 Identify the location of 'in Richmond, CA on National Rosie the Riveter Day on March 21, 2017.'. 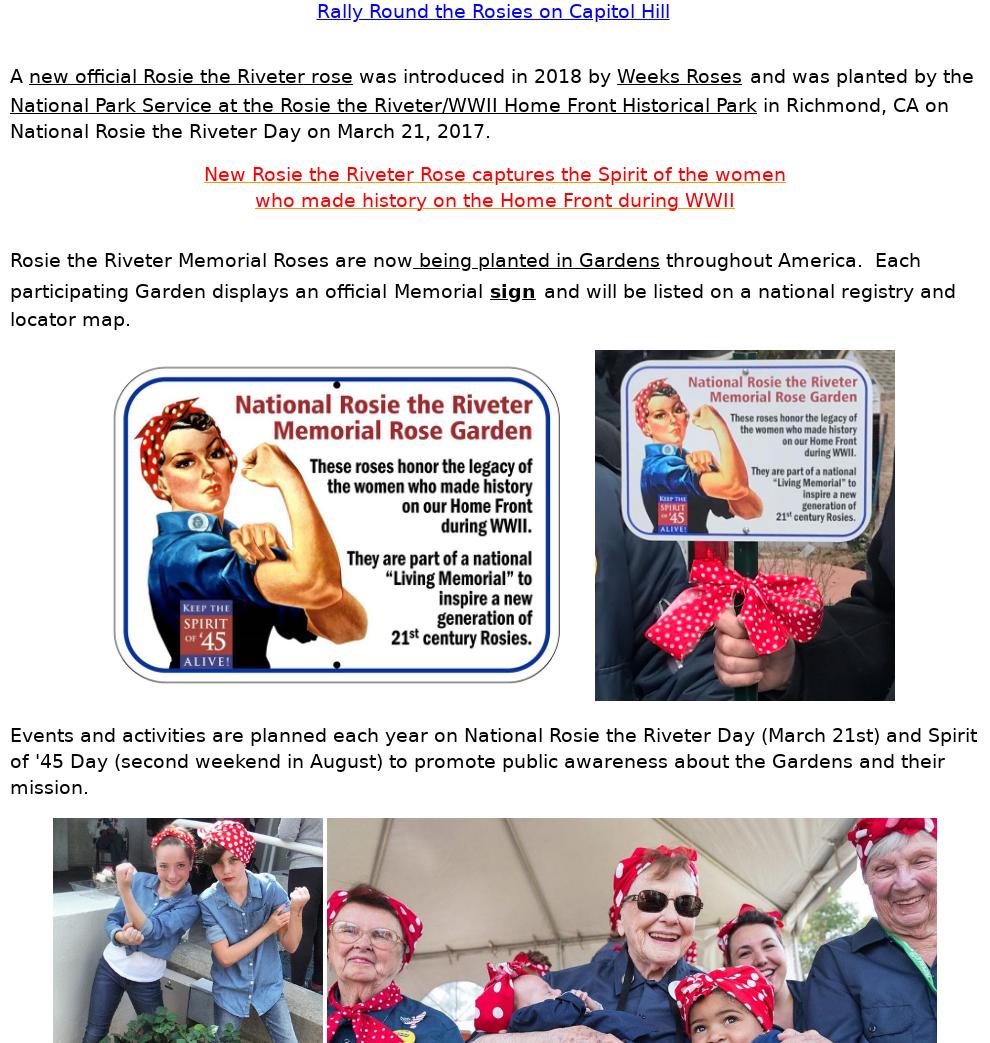
(479, 117).